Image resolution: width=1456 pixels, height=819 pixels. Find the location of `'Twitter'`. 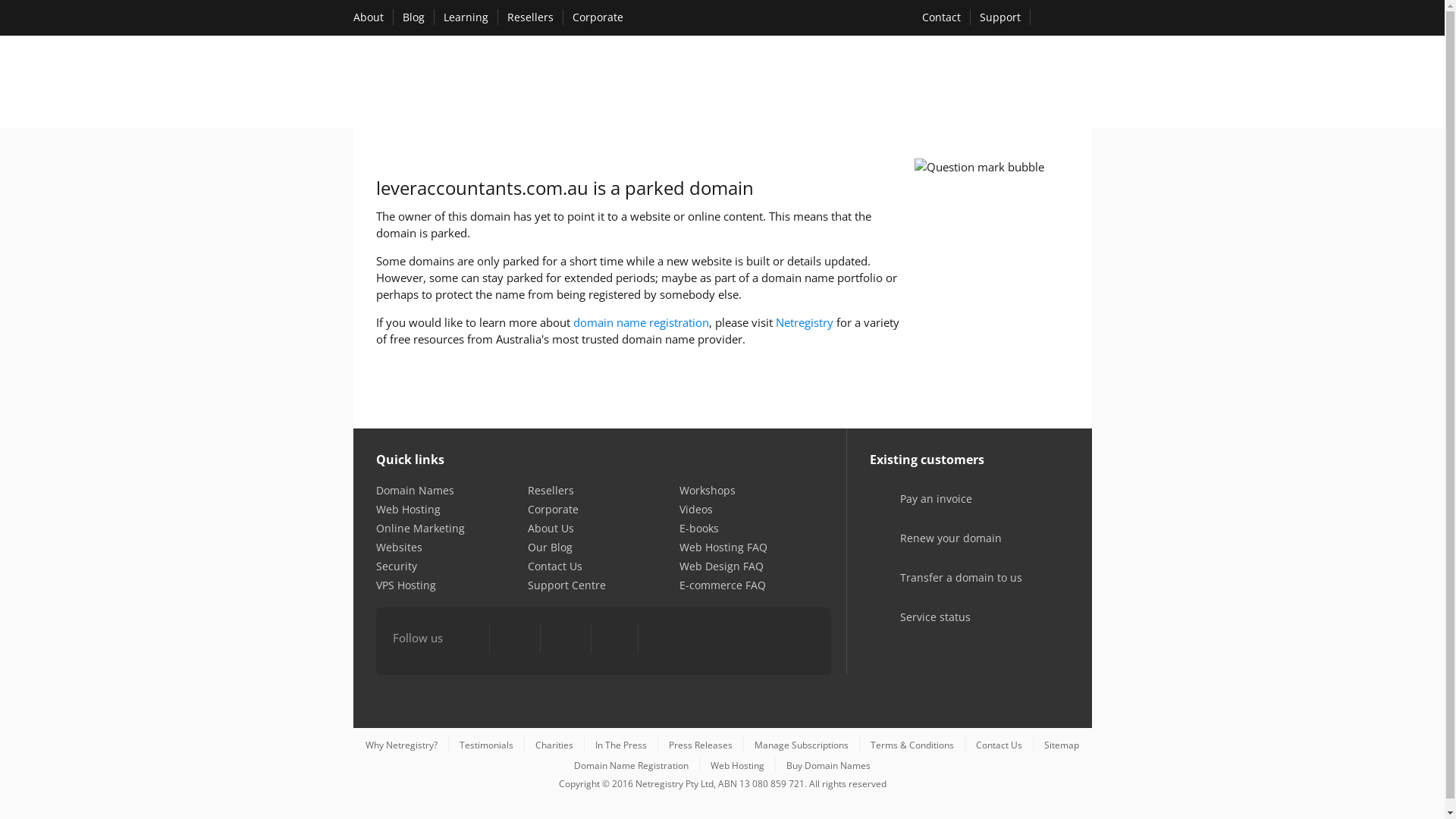

'Twitter' is located at coordinates (514, 639).